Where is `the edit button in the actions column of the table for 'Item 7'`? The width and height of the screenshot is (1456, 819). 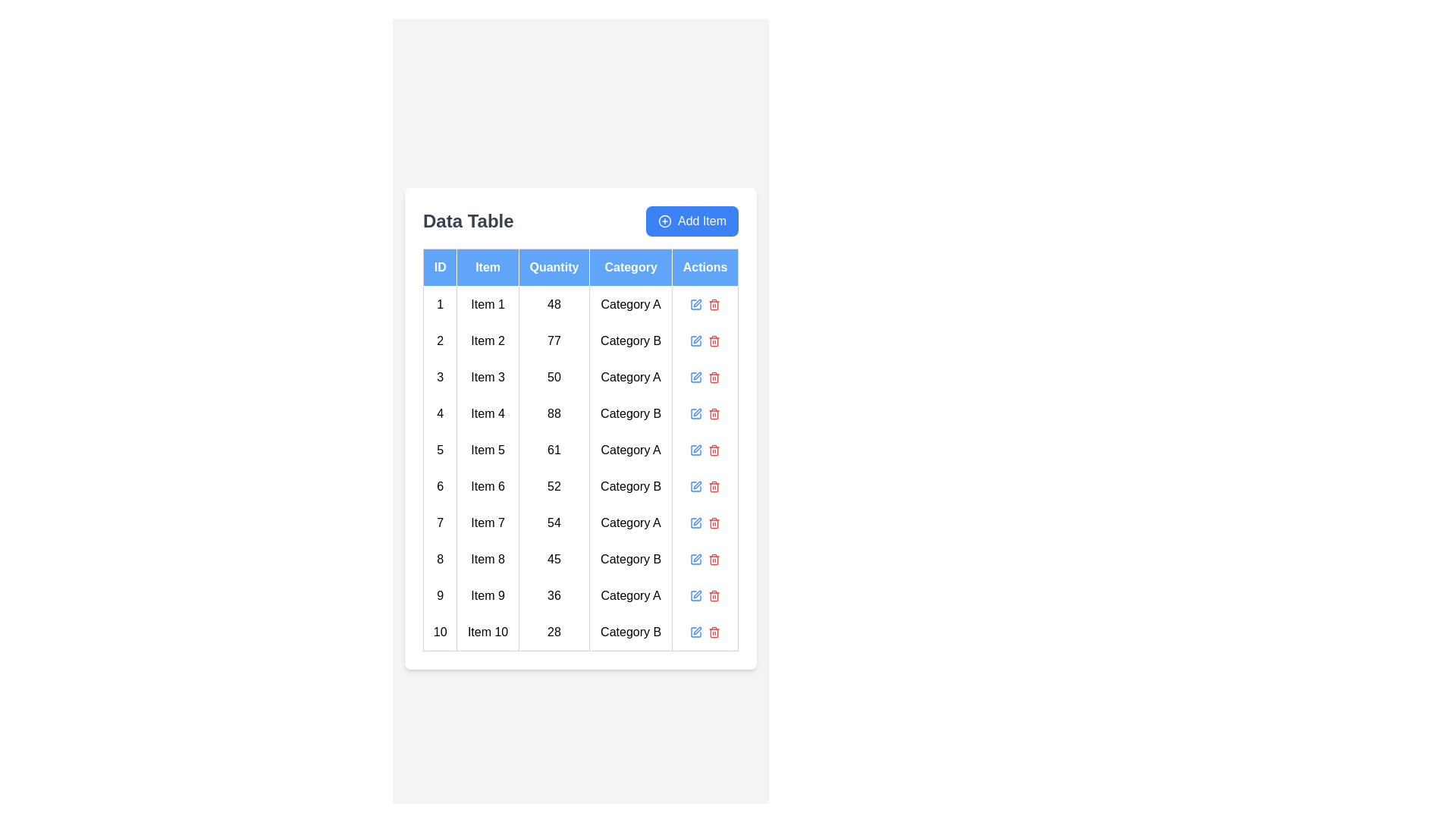 the edit button in the actions column of the table for 'Item 7' is located at coordinates (695, 522).